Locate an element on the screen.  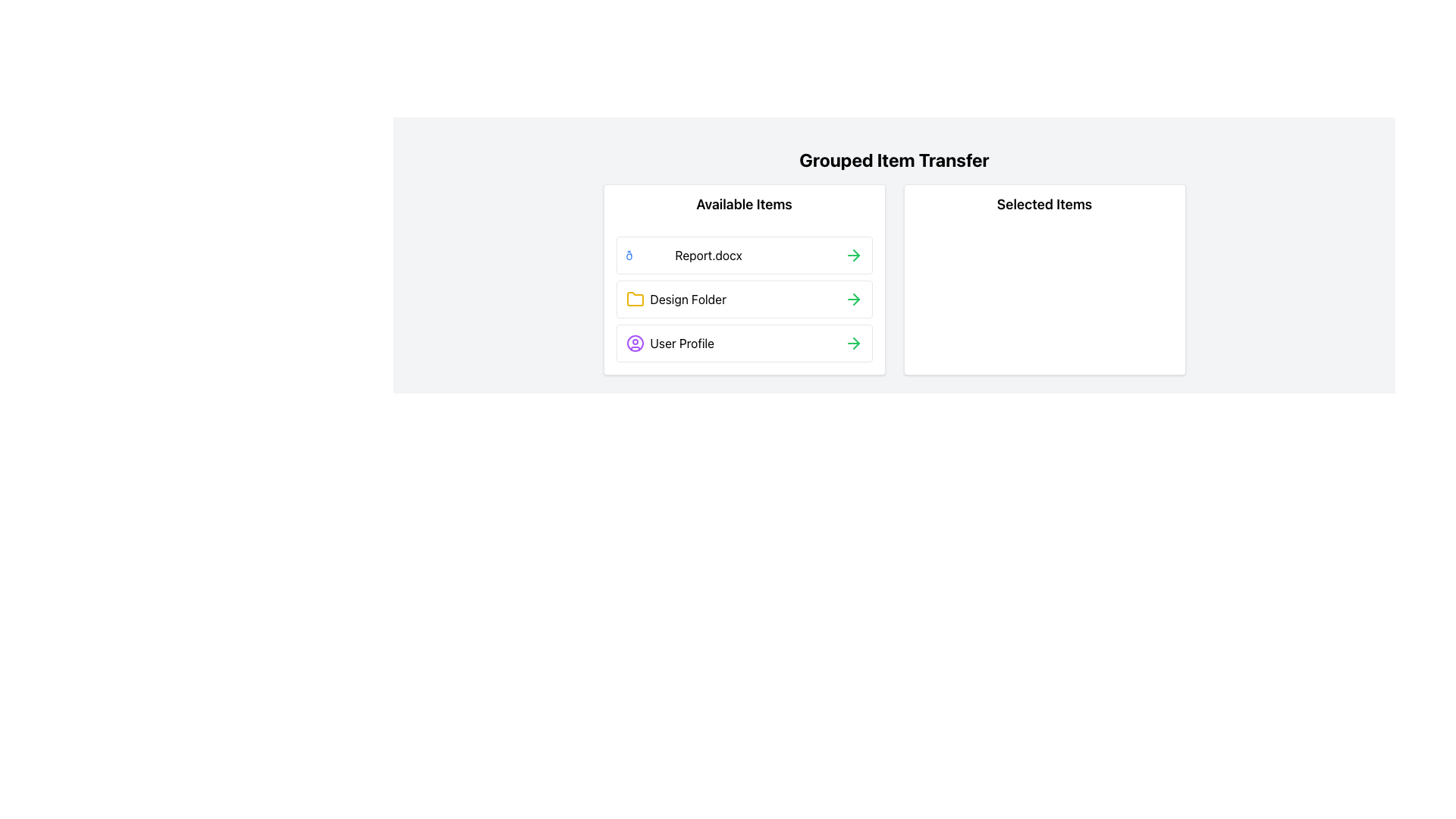
the list item representing a file in the 'Available Items' section is located at coordinates (744, 254).